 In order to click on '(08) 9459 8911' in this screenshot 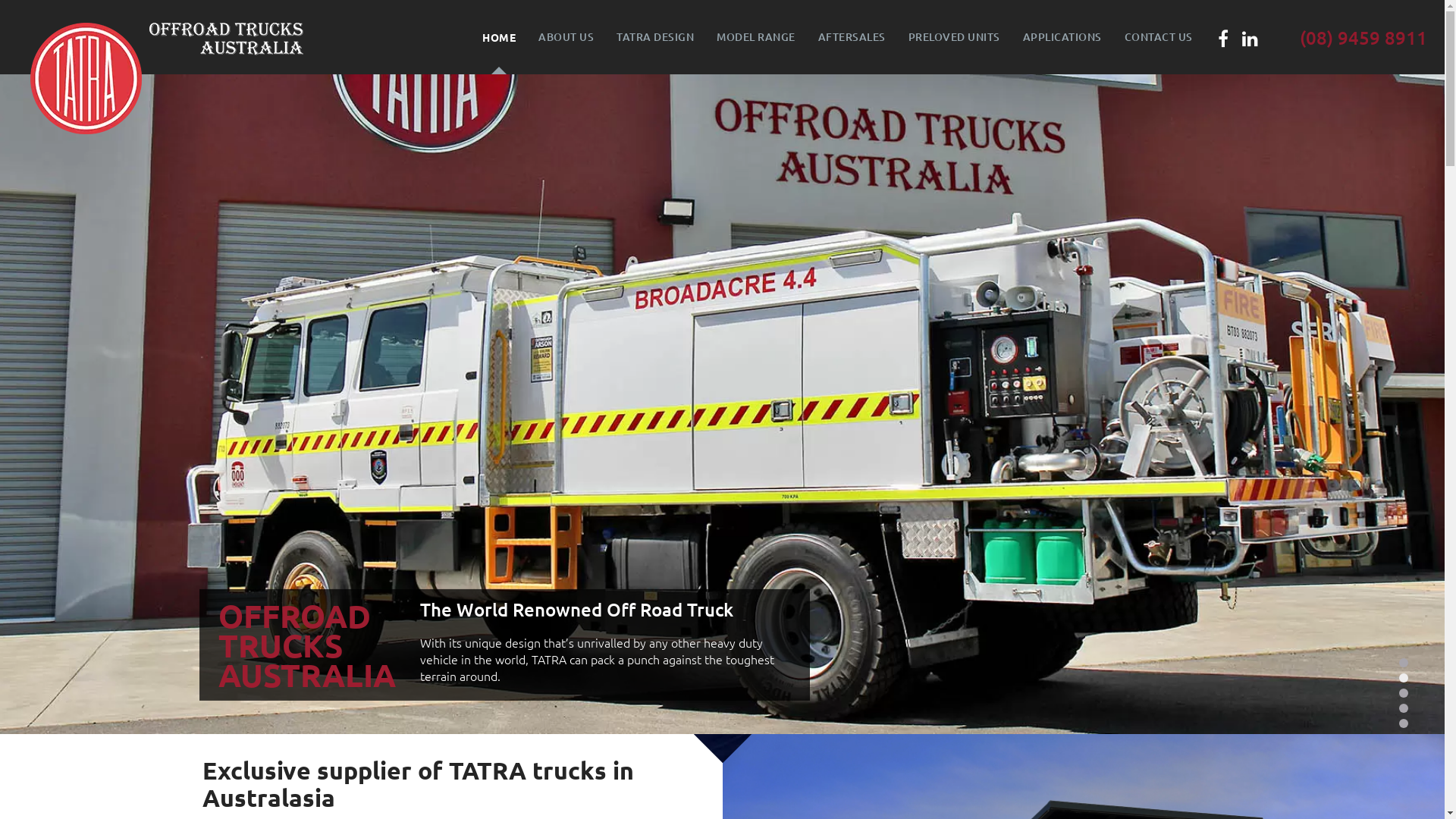, I will do `click(1363, 37)`.